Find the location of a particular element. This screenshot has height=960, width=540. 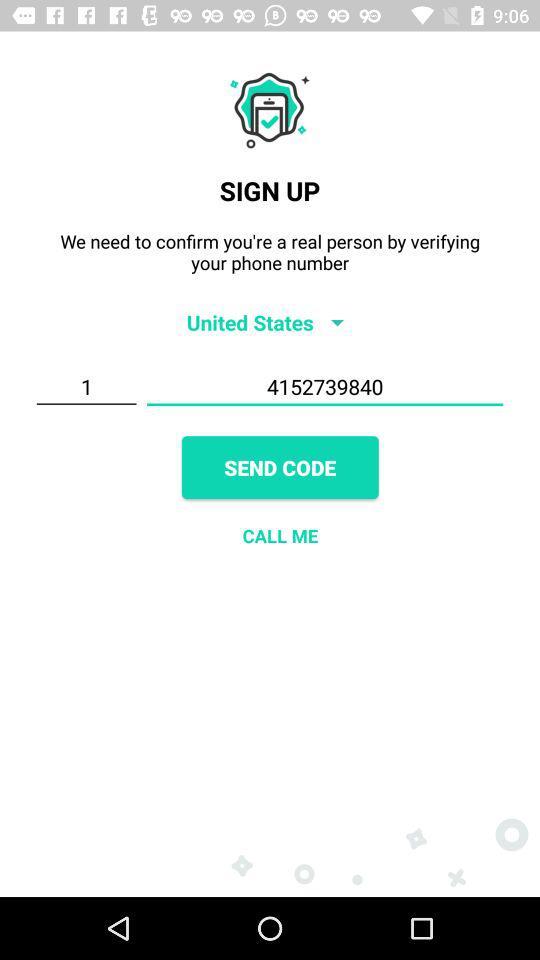

item below the we need to is located at coordinates (270, 322).